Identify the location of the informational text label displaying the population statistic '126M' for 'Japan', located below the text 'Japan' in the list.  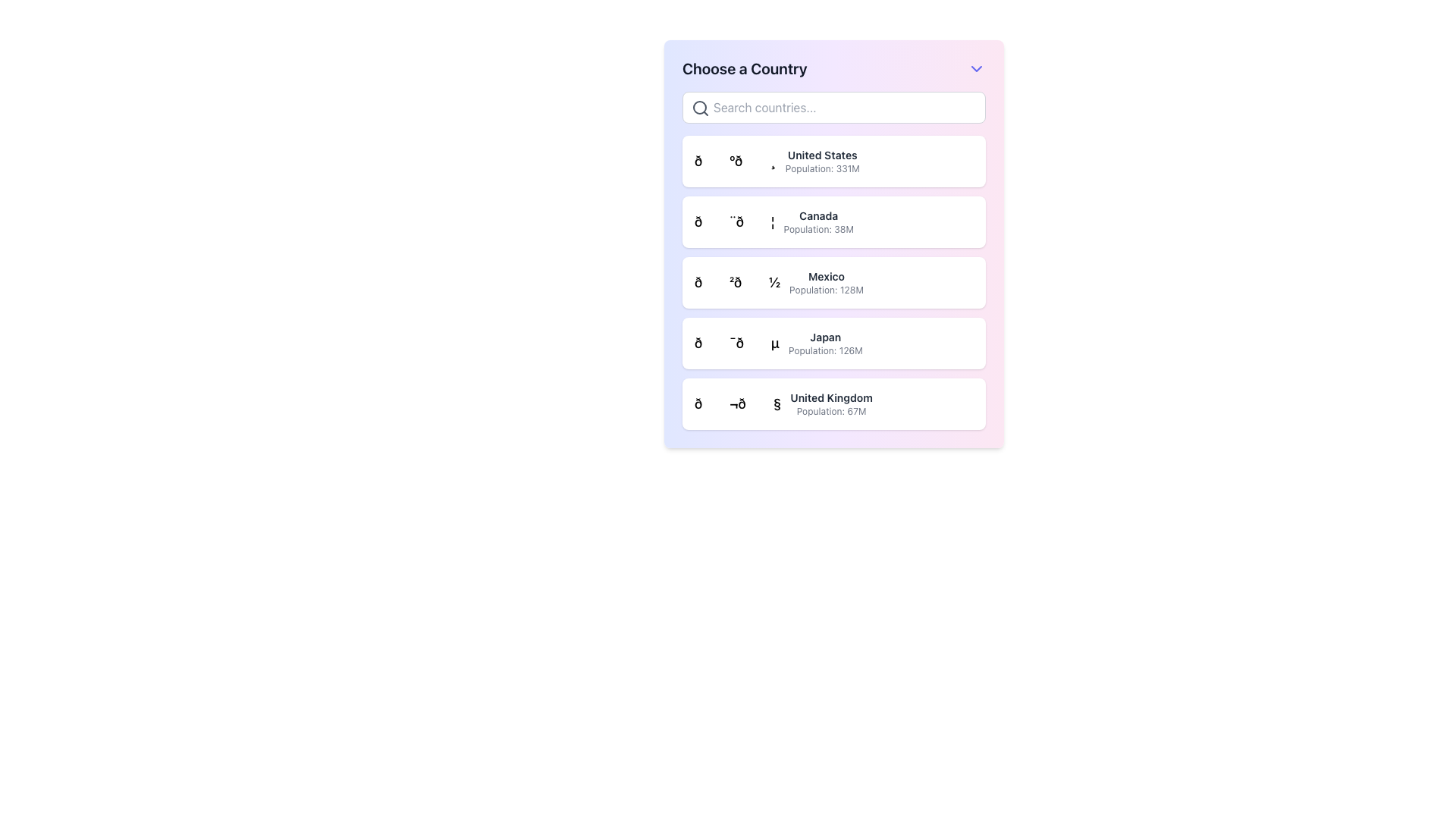
(824, 350).